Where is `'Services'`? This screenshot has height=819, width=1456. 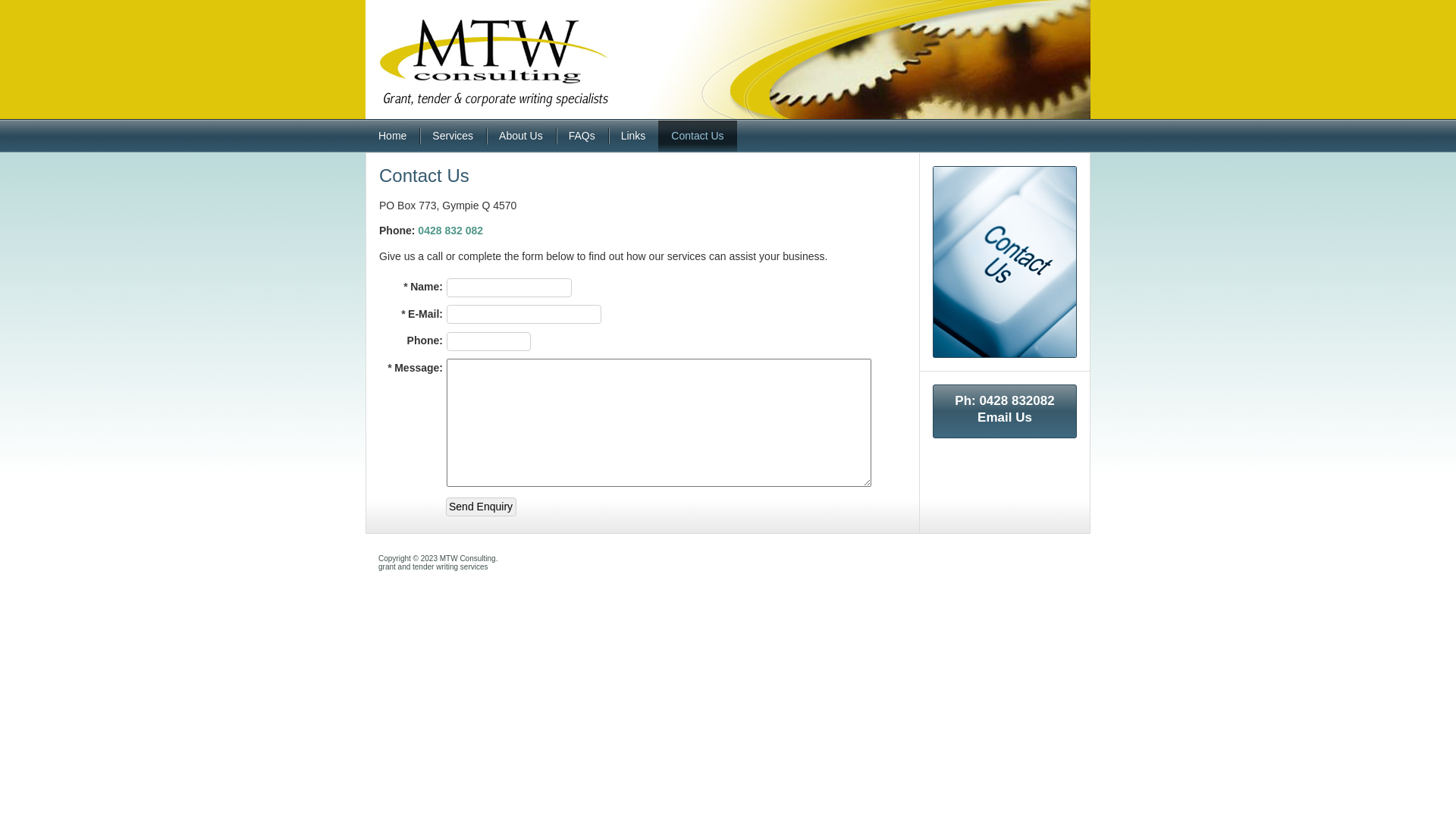 'Services' is located at coordinates (451, 135).